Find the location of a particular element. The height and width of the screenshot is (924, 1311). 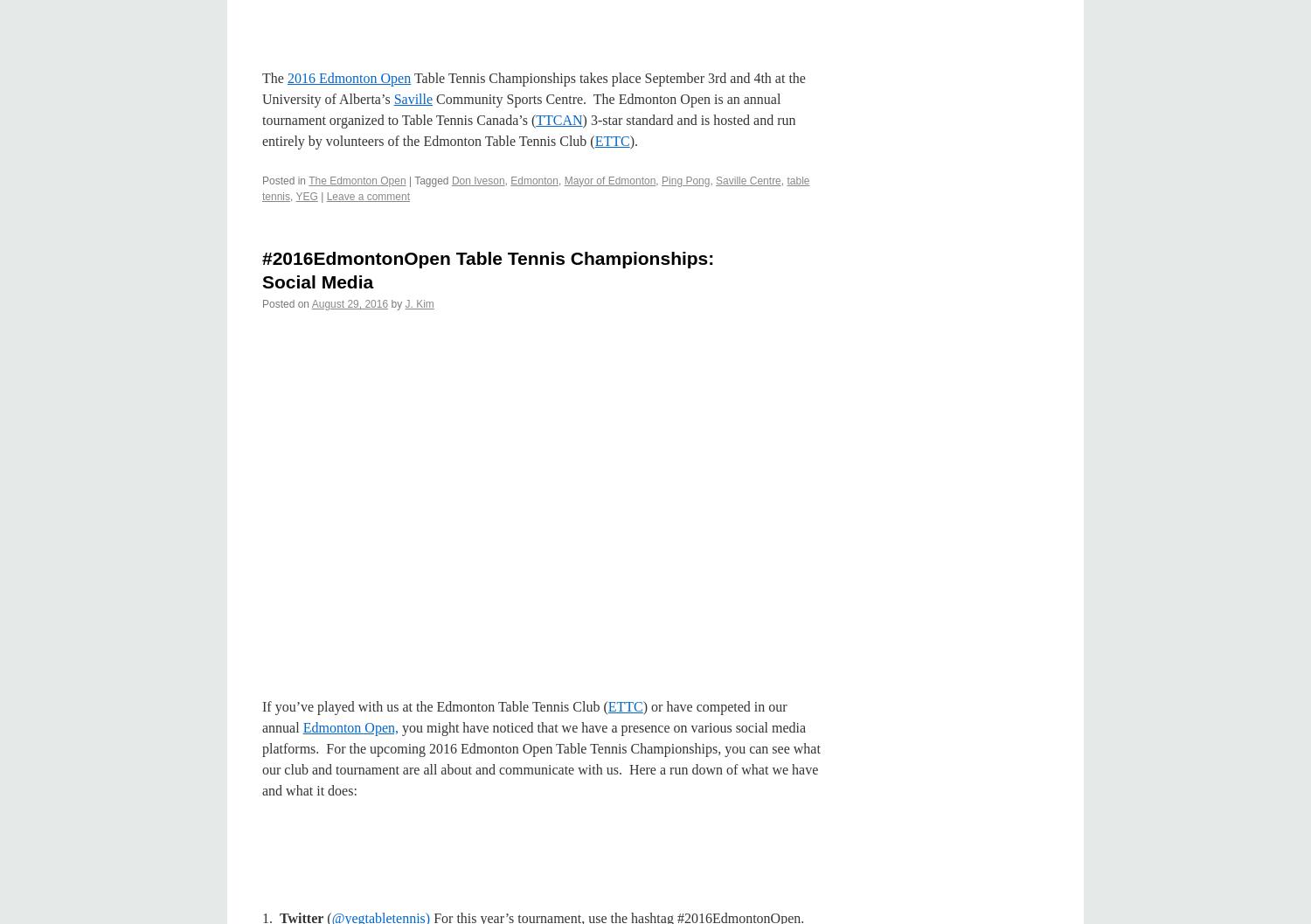

'The Edmonton Open' is located at coordinates (357, 180).